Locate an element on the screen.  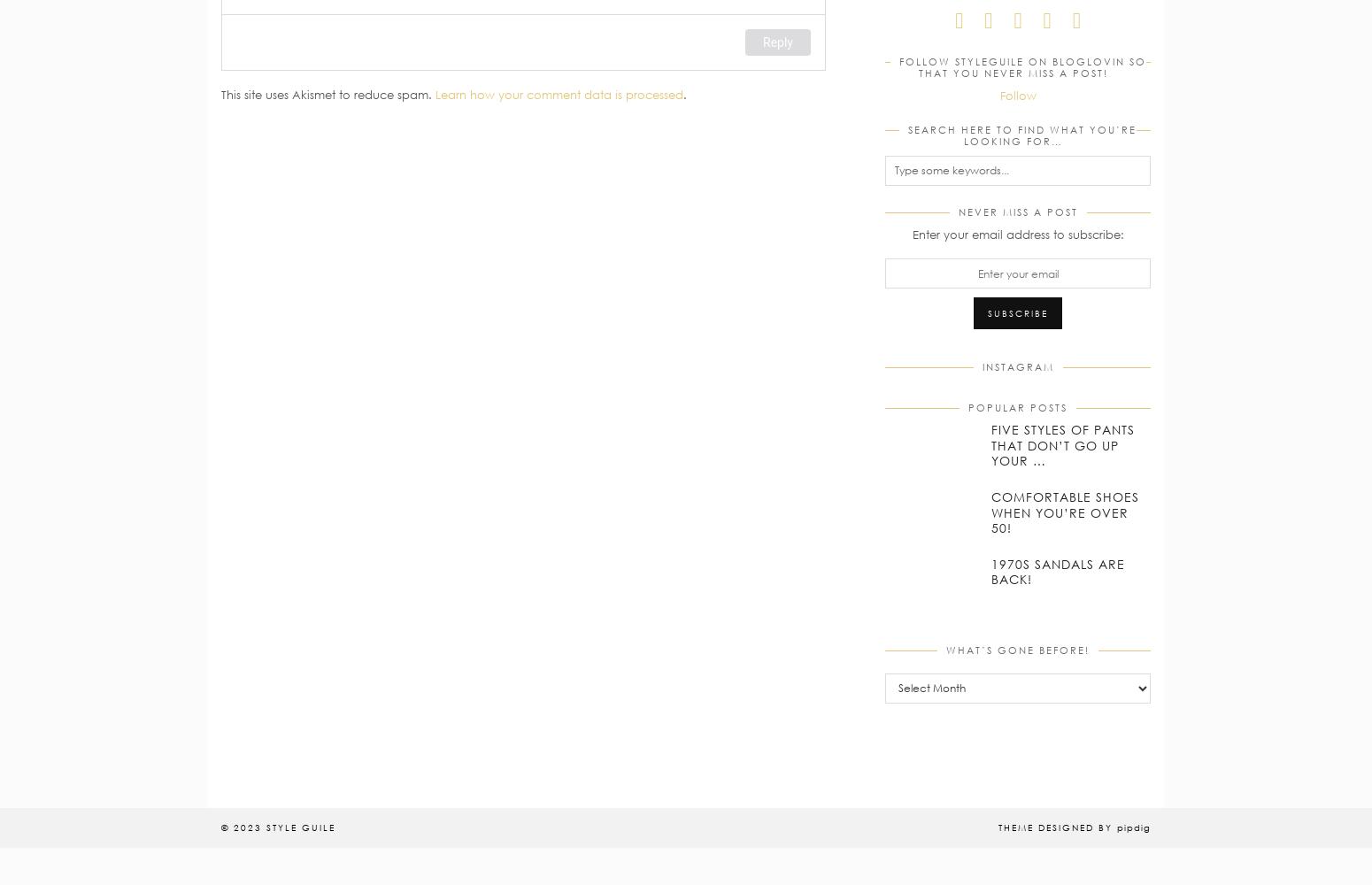
'Style Guile' is located at coordinates (300, 827).